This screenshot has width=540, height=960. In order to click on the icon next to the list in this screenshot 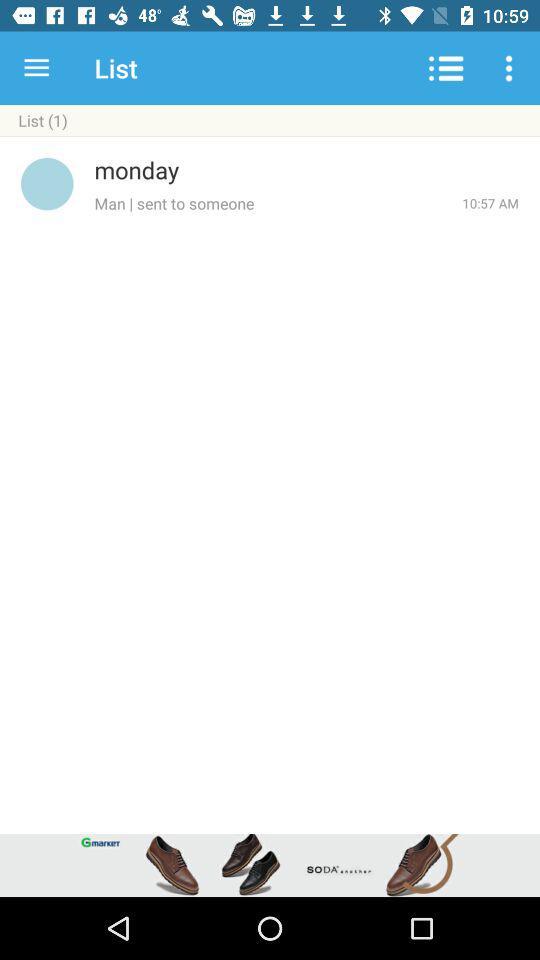, I will do `click(36, 68)`.